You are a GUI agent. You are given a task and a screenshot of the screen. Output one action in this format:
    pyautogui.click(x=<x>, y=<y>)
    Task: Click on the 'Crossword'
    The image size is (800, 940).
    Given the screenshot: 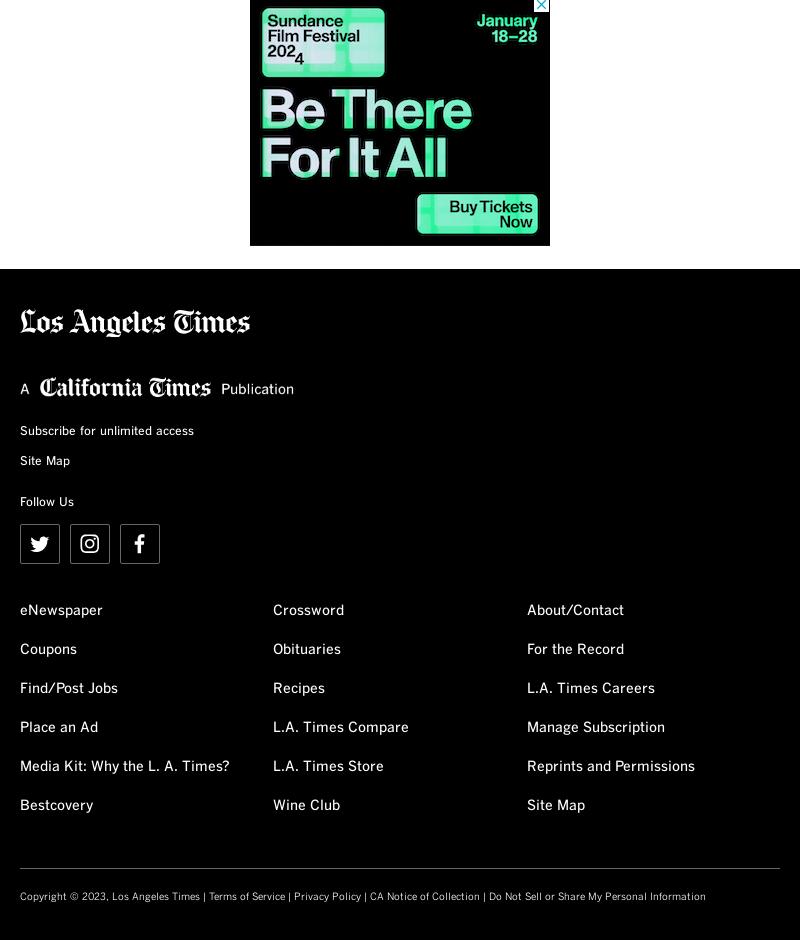 What is the action you would take?
    pyautogui.click(x=307, y=610)
    